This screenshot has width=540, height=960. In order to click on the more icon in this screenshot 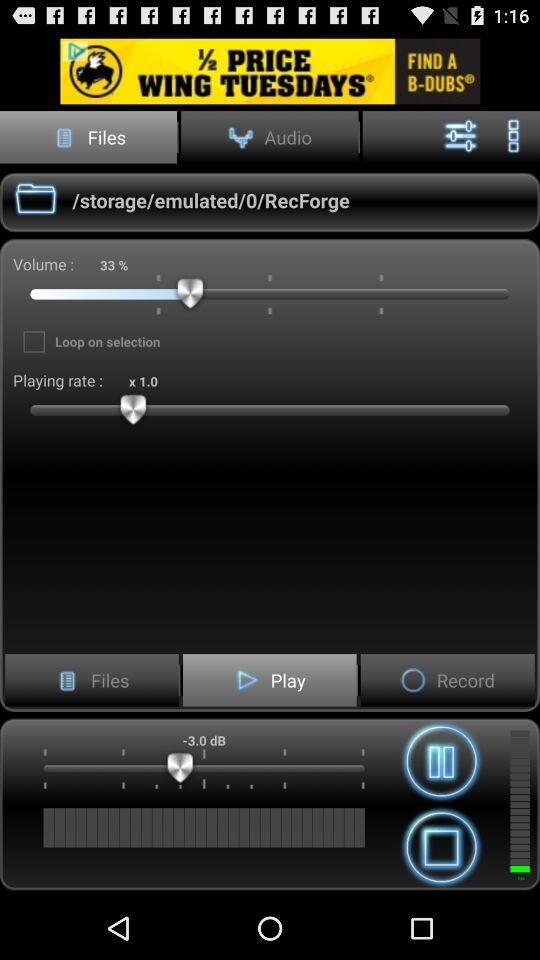, I will do `click(513, 144)`.